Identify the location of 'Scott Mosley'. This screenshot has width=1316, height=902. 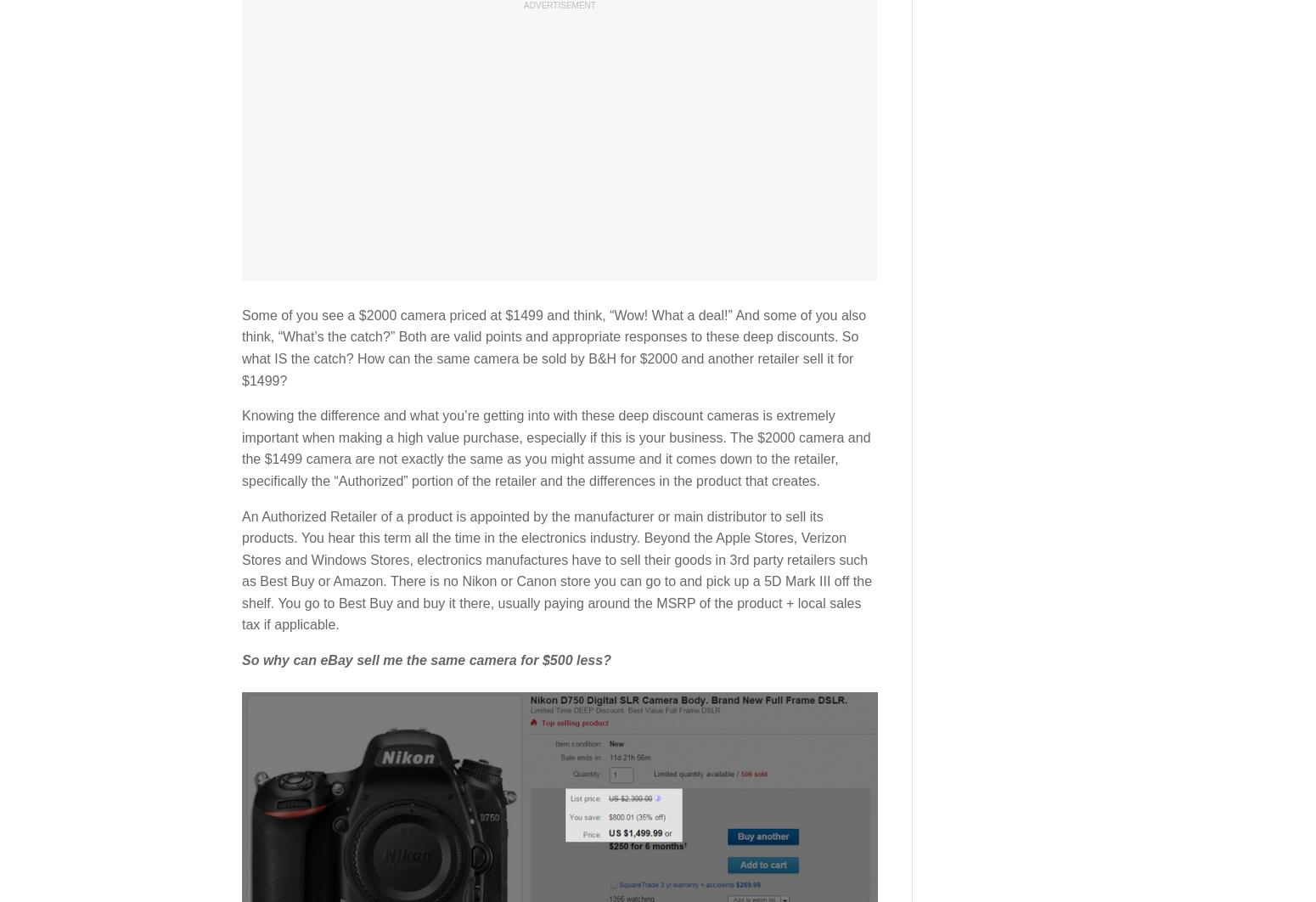
(356, 319).